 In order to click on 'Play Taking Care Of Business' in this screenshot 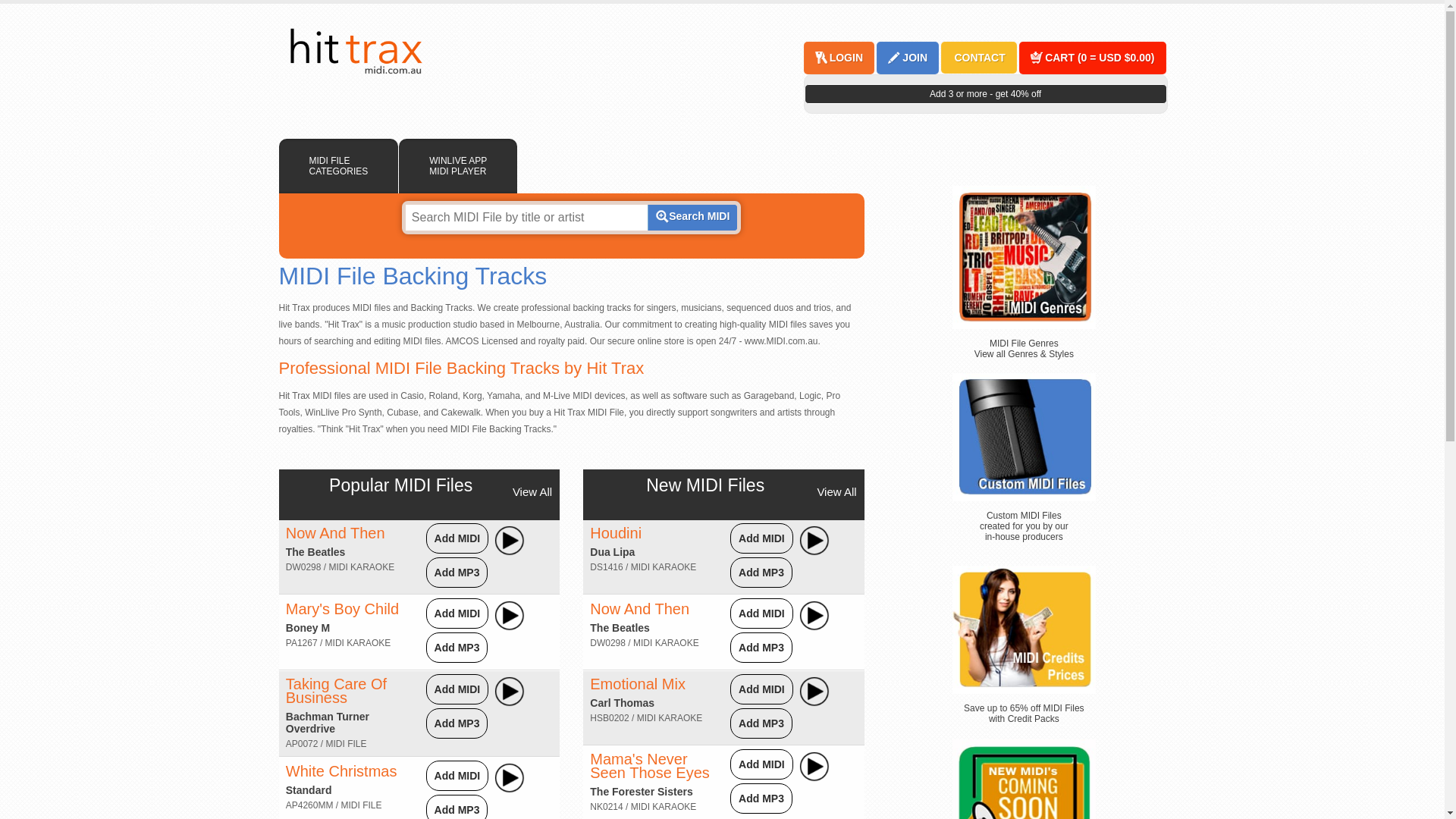, I will do `click(510, 691)`.